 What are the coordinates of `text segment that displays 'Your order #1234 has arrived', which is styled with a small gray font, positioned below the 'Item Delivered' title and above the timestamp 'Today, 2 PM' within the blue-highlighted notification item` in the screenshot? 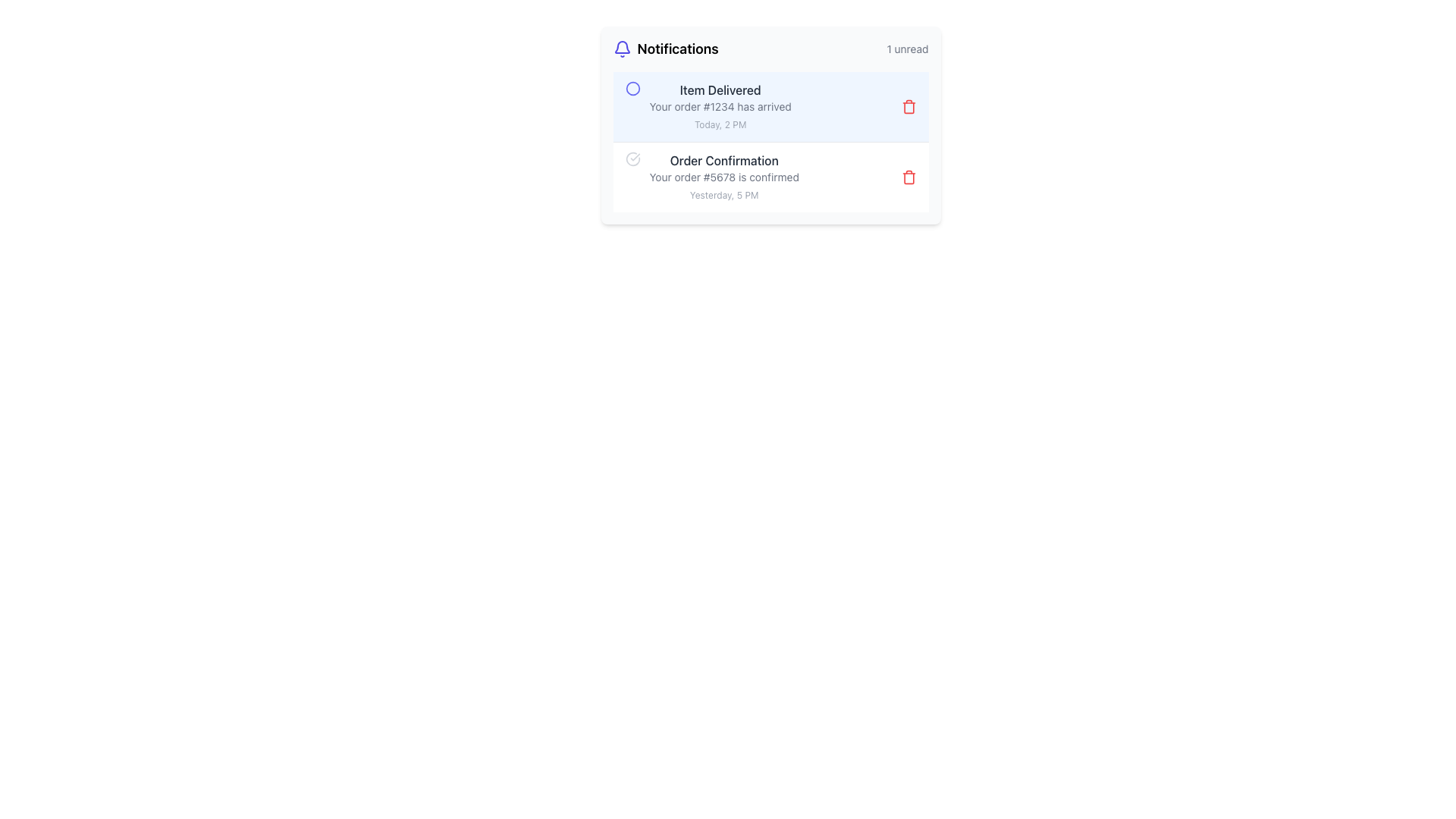 It's located at (720, 106).